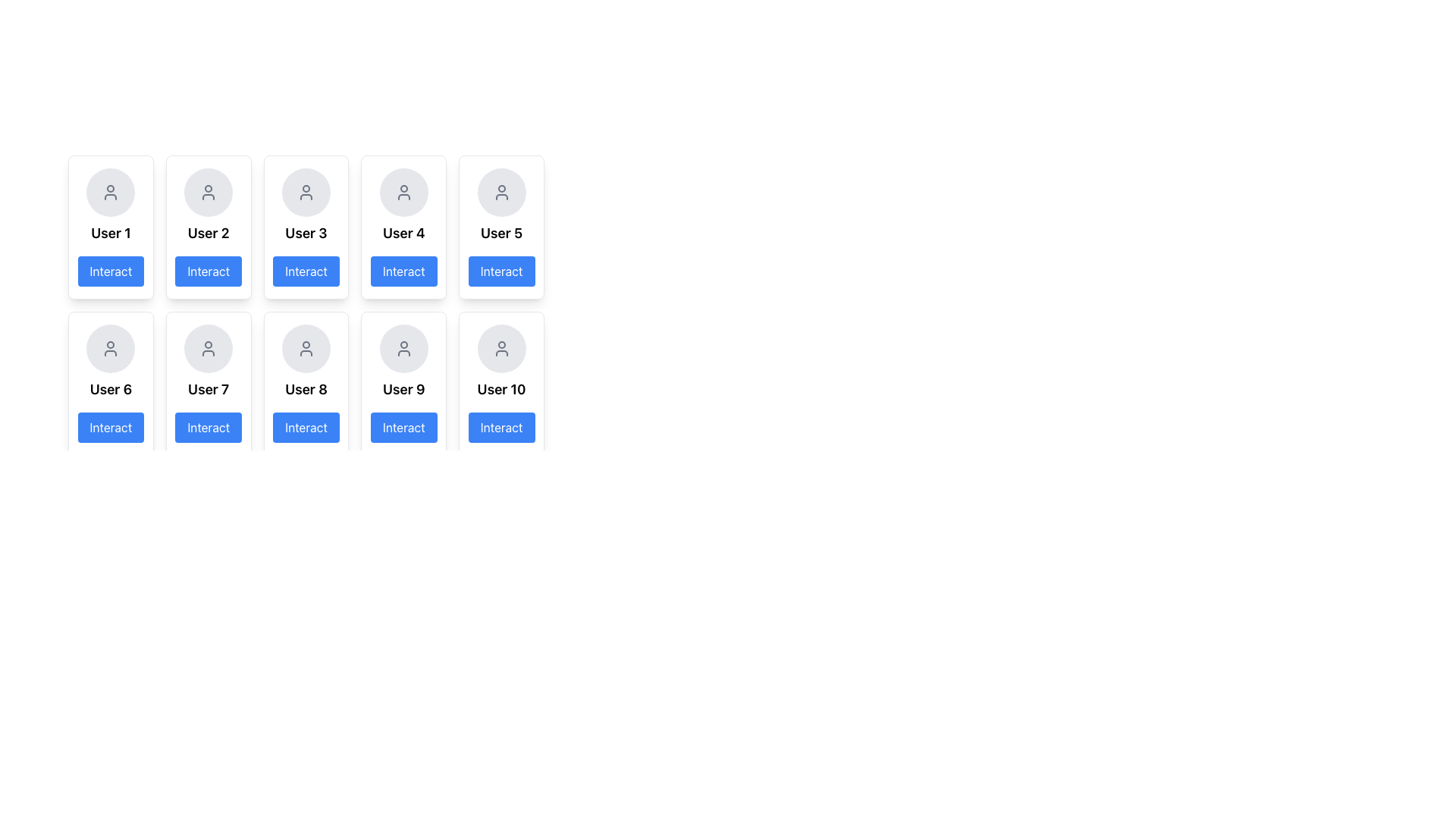 The image size is (1456, 819). What do you see at coordinates (110, 192) in the screenshot?
I see `the user avatar or profile icon located at the top of the column layout, above the text 'User 1' and the 'Interact' button` at bounding box center [110, 192].